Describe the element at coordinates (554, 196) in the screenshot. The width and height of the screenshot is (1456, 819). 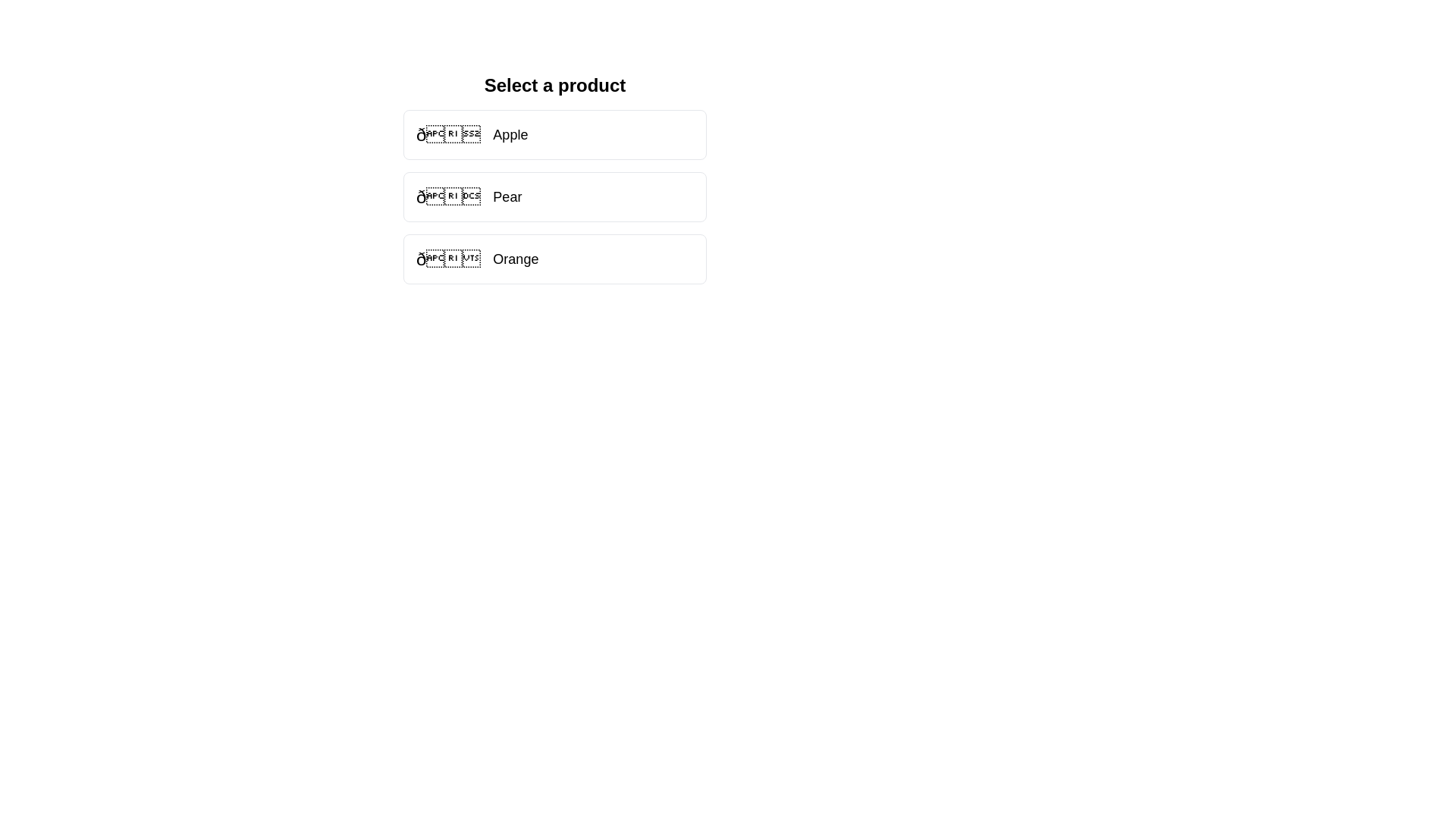
I see `the second list item labeled 'Pear'` at that location.